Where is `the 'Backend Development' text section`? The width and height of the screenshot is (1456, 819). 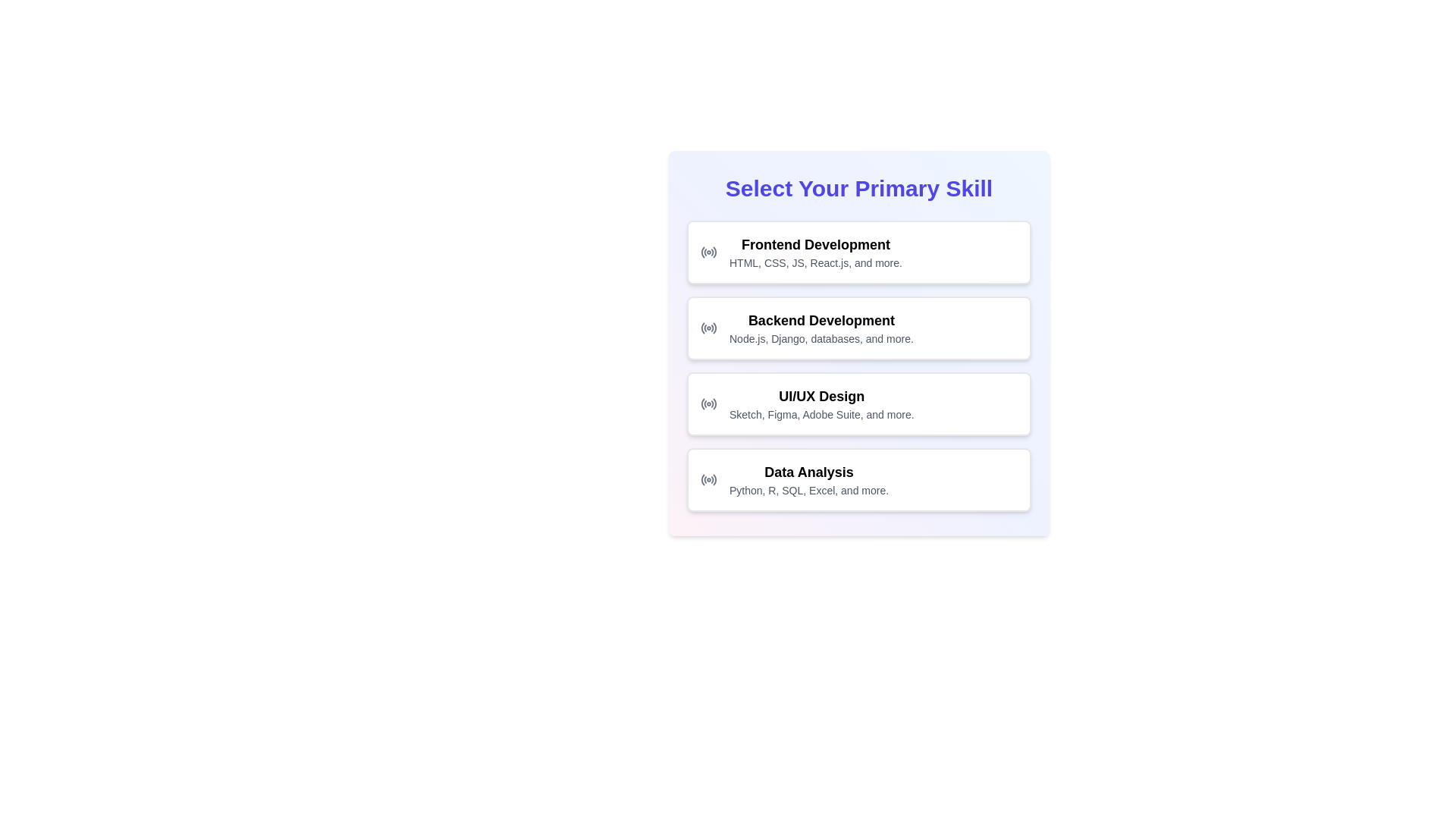 the 'Backend Development' text section is located at coordinates (821, 327).